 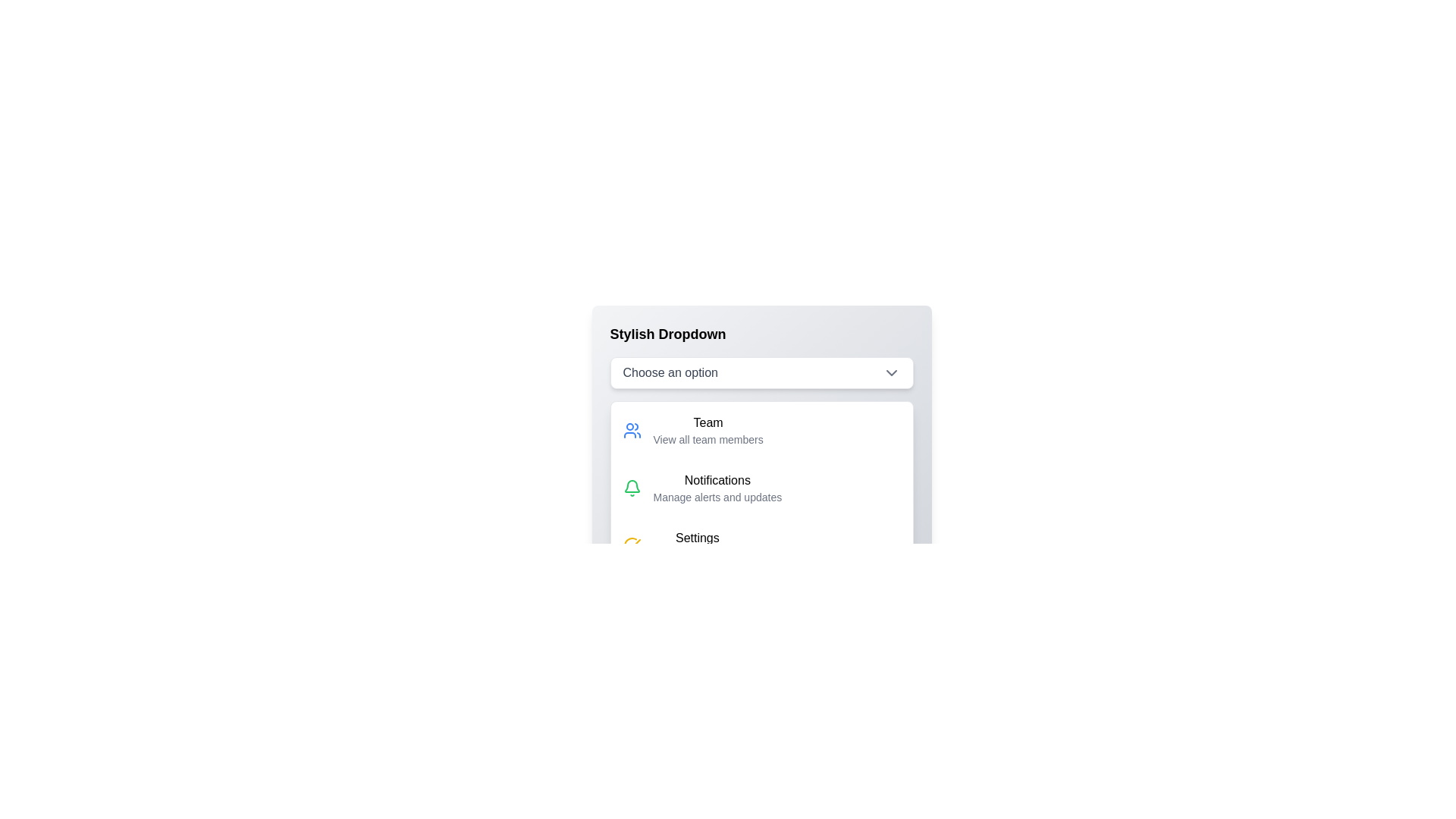 I want to click on the first sub-element of the circular icon with a checkmark, located next to the 'Settings' text in the dropdown menu, so click(x=632, y=546).